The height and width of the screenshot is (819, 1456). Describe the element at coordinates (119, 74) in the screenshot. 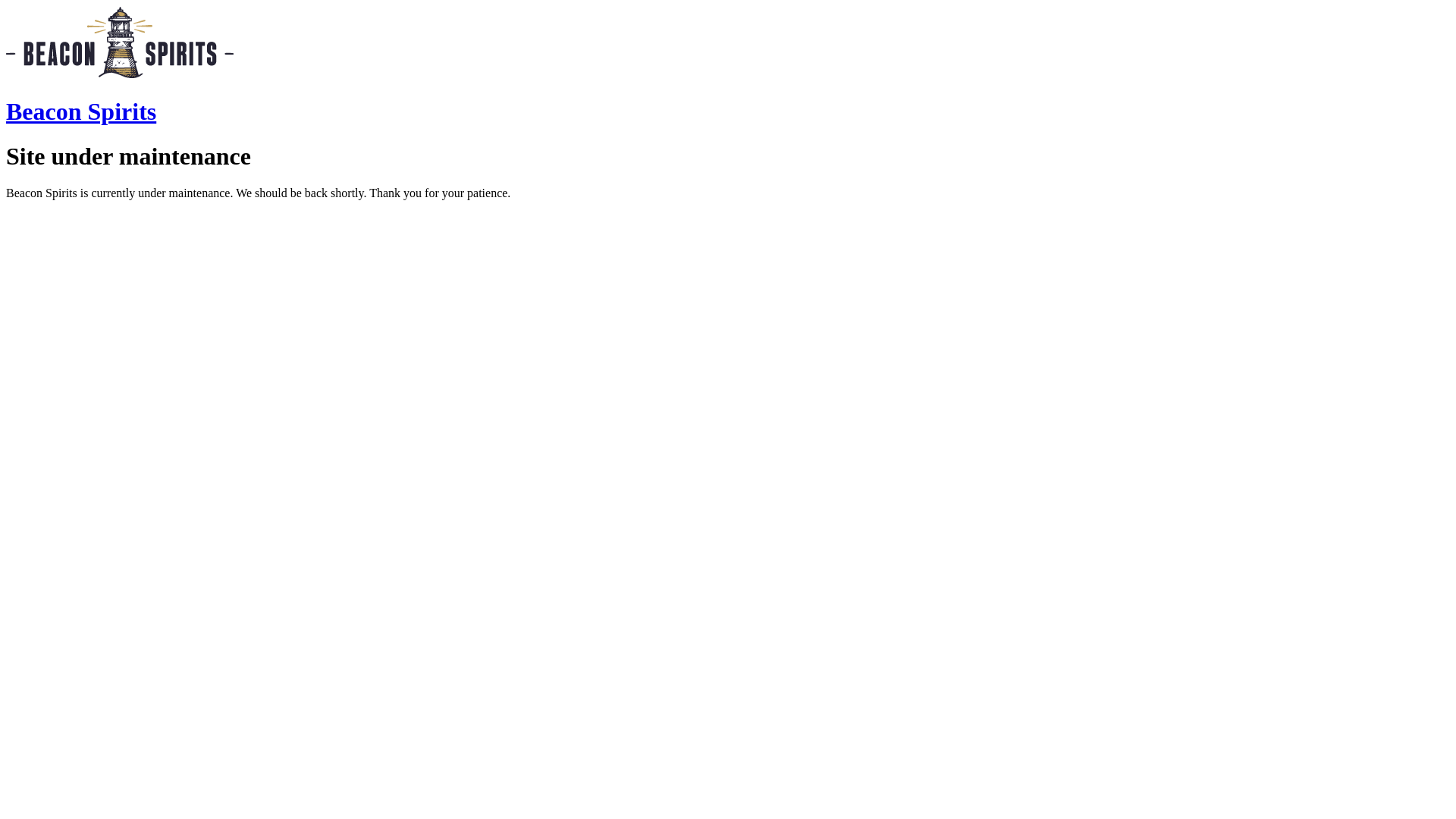

I see `'Home'` at that location.